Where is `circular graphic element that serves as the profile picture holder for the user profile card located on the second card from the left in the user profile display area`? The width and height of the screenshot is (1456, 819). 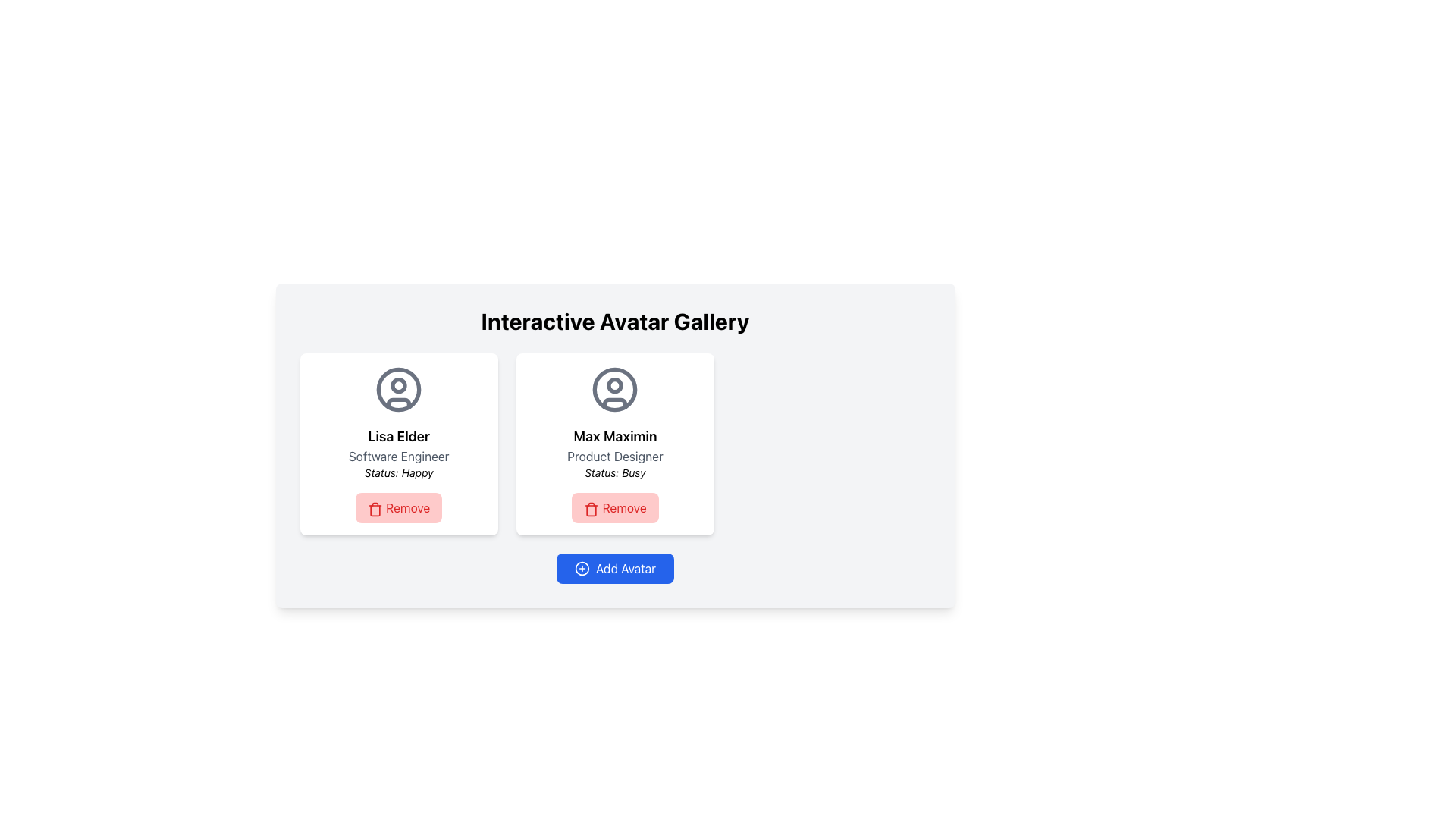
circular graphic element that serves as the profile picture holder for the user profile card located on the second card from the left in the user profile display area is located at coordinates (615, 388).